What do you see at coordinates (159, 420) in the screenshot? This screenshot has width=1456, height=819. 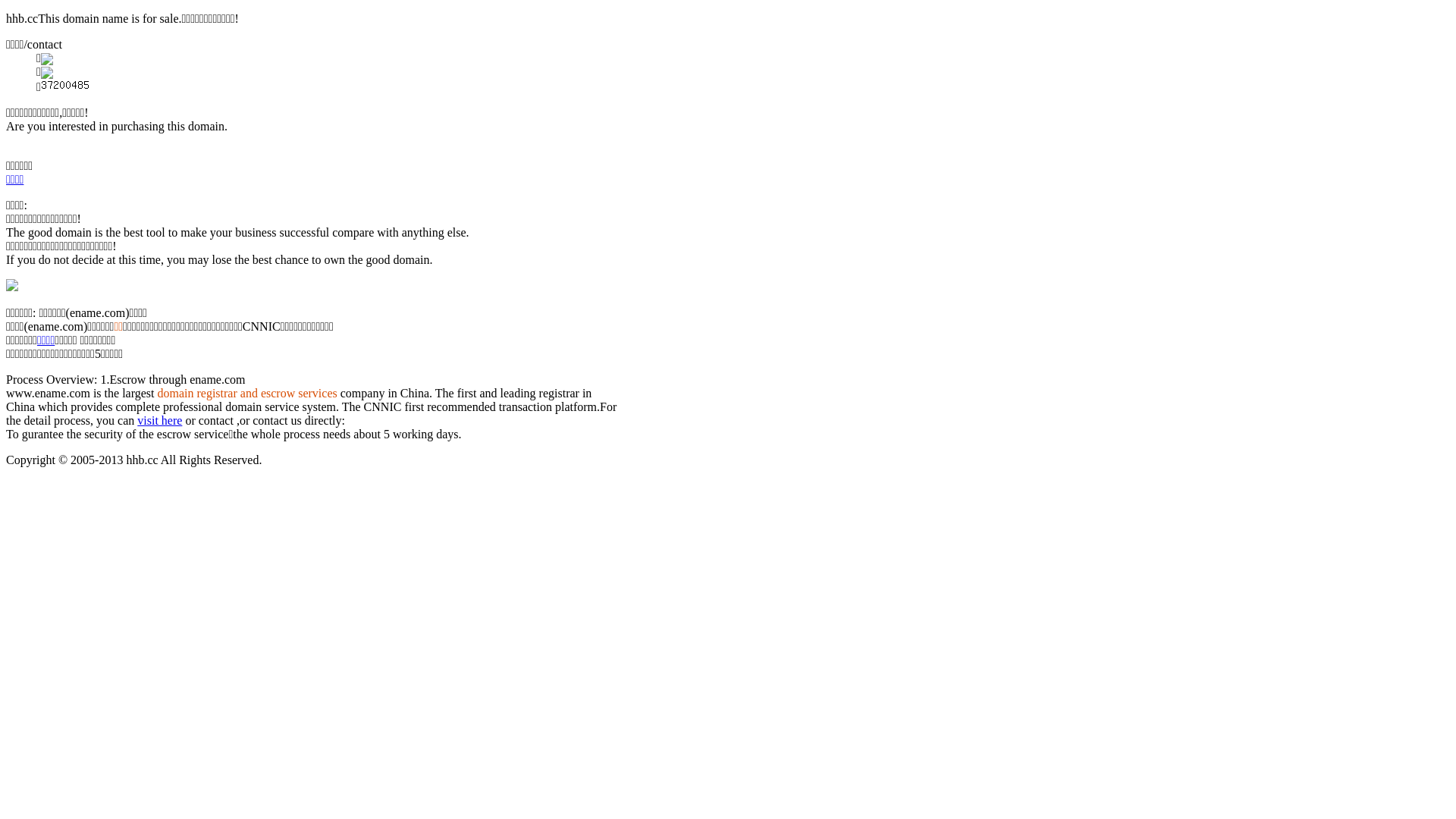 I see `'visit here'` at bounding box center [159, 420].